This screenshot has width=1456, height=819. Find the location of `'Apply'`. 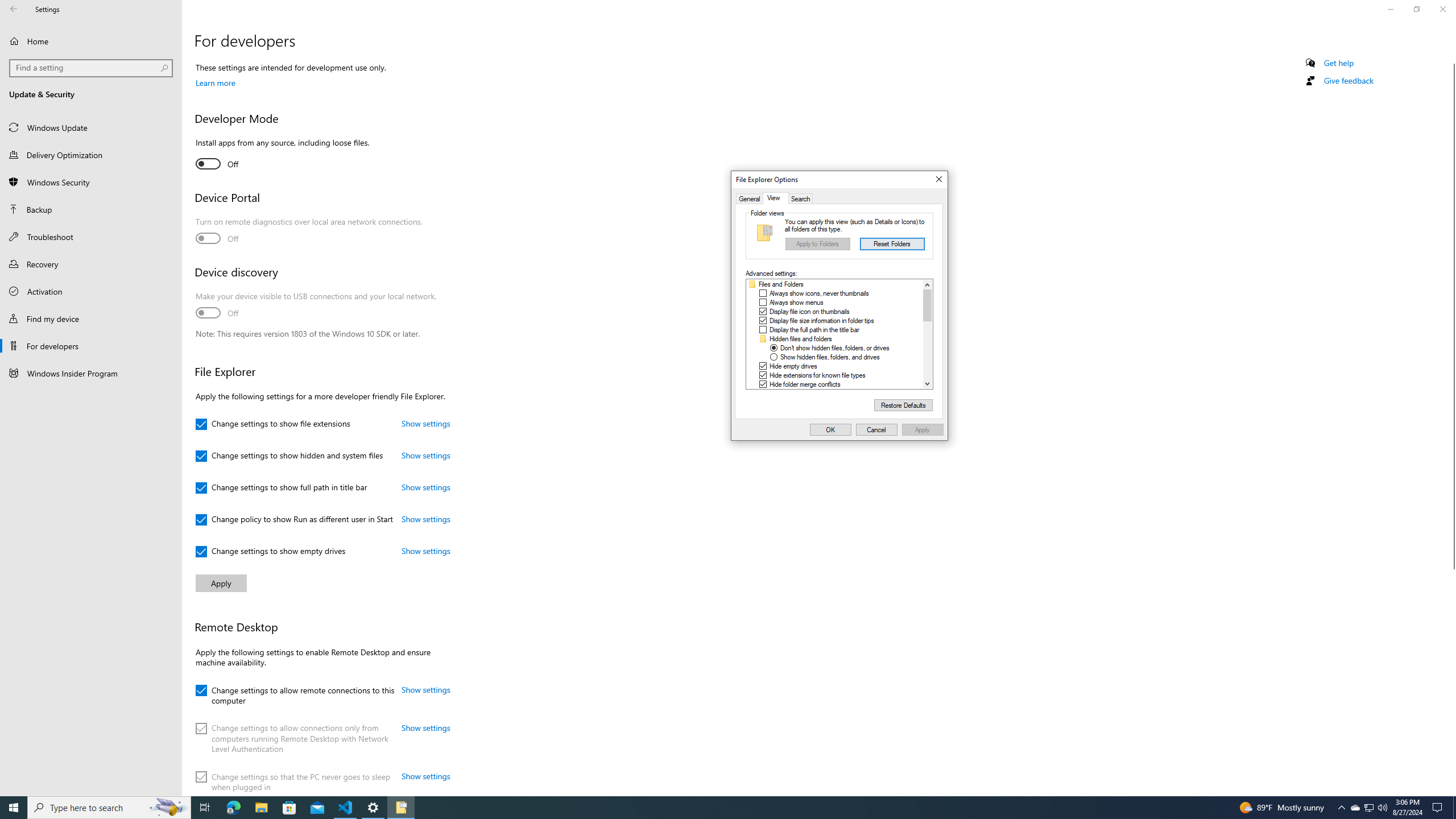

'Apply' is located at coordinates (922, 429).